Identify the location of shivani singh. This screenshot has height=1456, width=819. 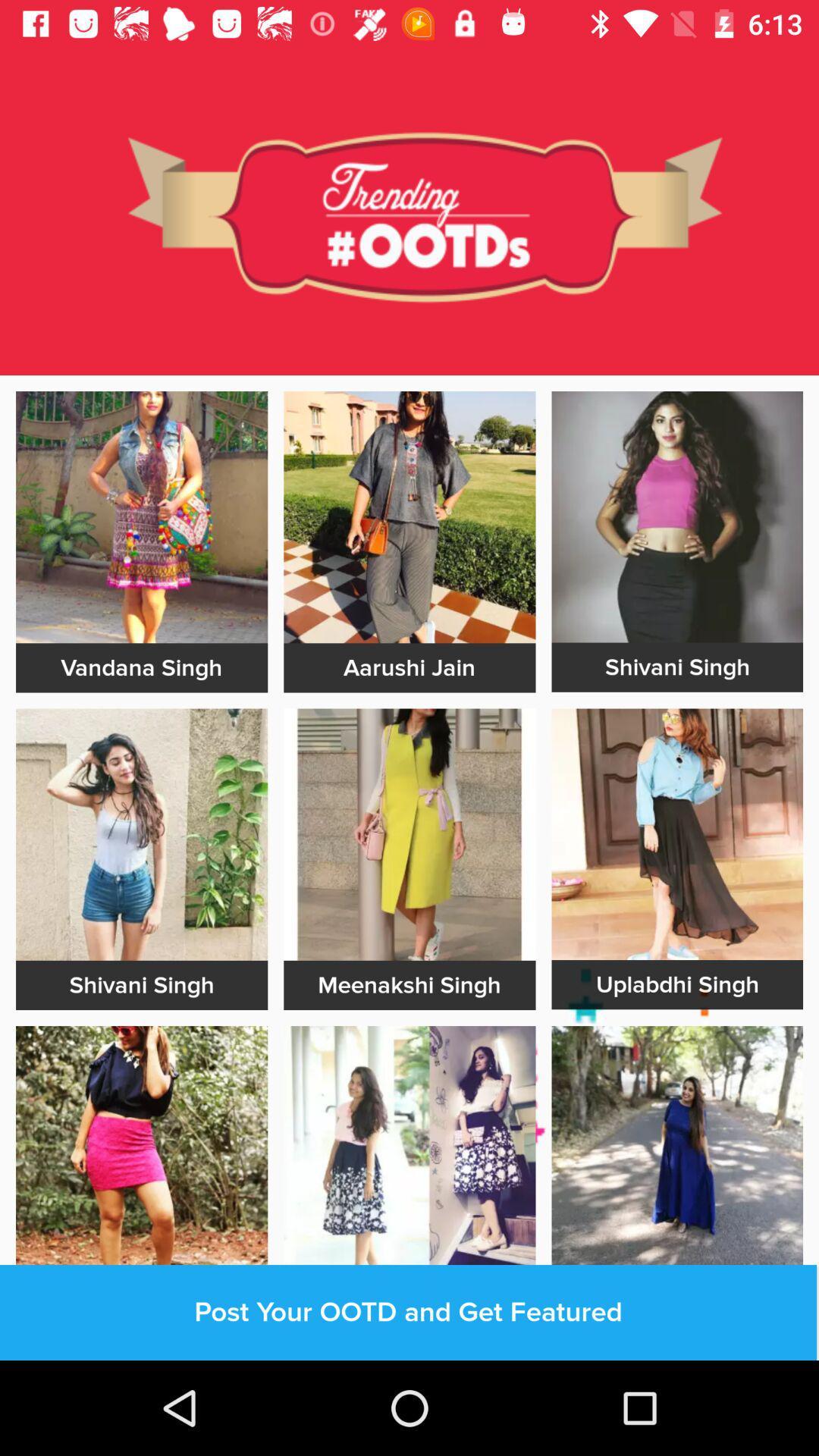
(676, 667).